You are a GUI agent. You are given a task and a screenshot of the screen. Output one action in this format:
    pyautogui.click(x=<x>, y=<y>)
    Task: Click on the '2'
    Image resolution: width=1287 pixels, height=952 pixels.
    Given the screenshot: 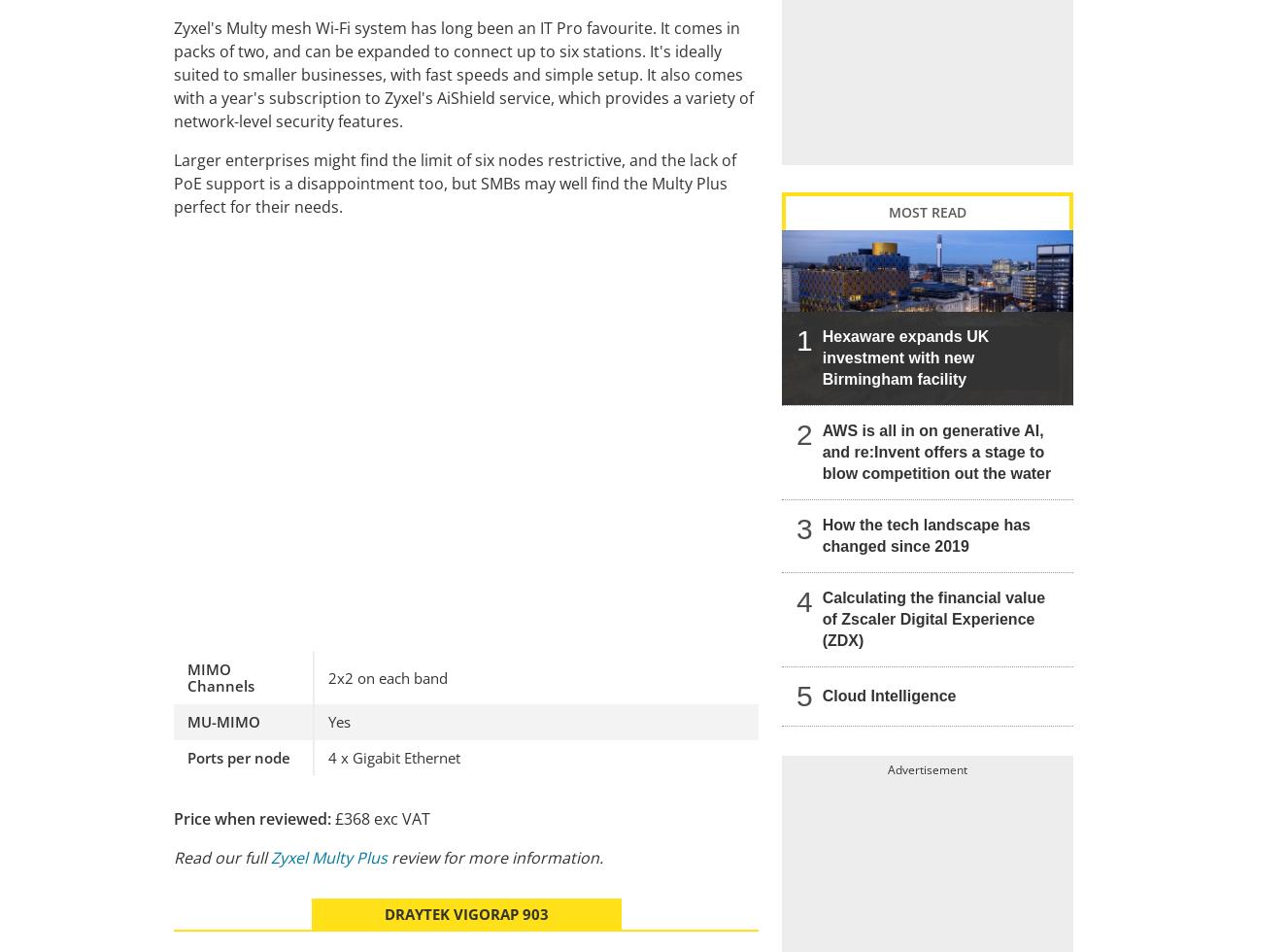 What is the action you would take?
    pyautogui.click(x=796, y=433)
    